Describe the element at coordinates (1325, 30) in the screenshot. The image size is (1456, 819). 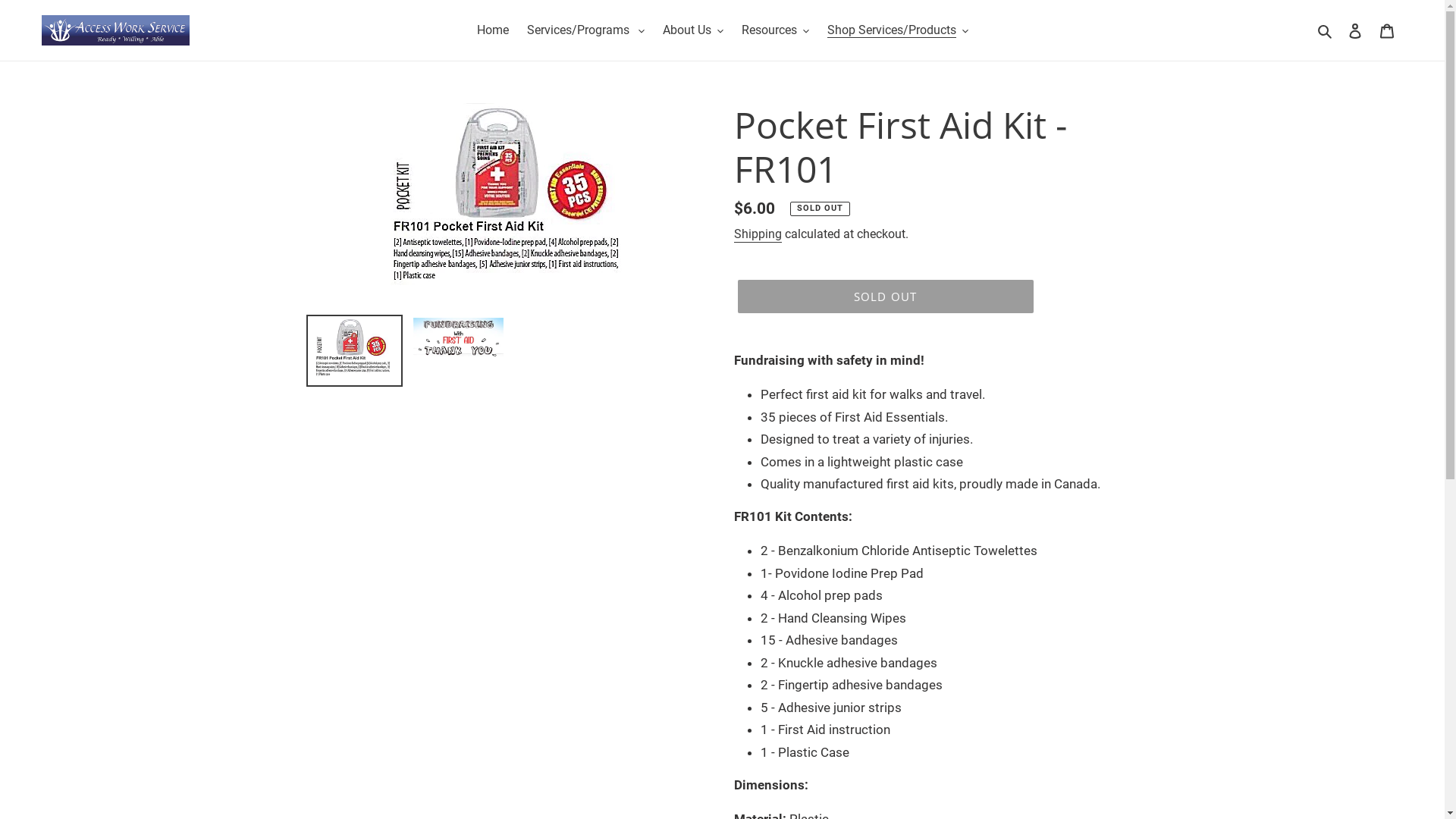
I see `'Search'` at that location.